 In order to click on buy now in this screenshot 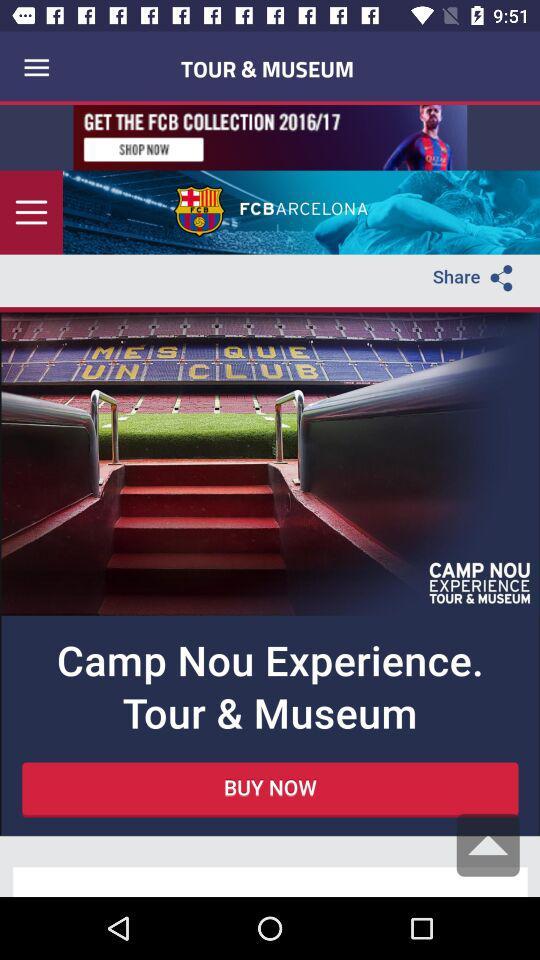, I will do `click(270, 500)`.